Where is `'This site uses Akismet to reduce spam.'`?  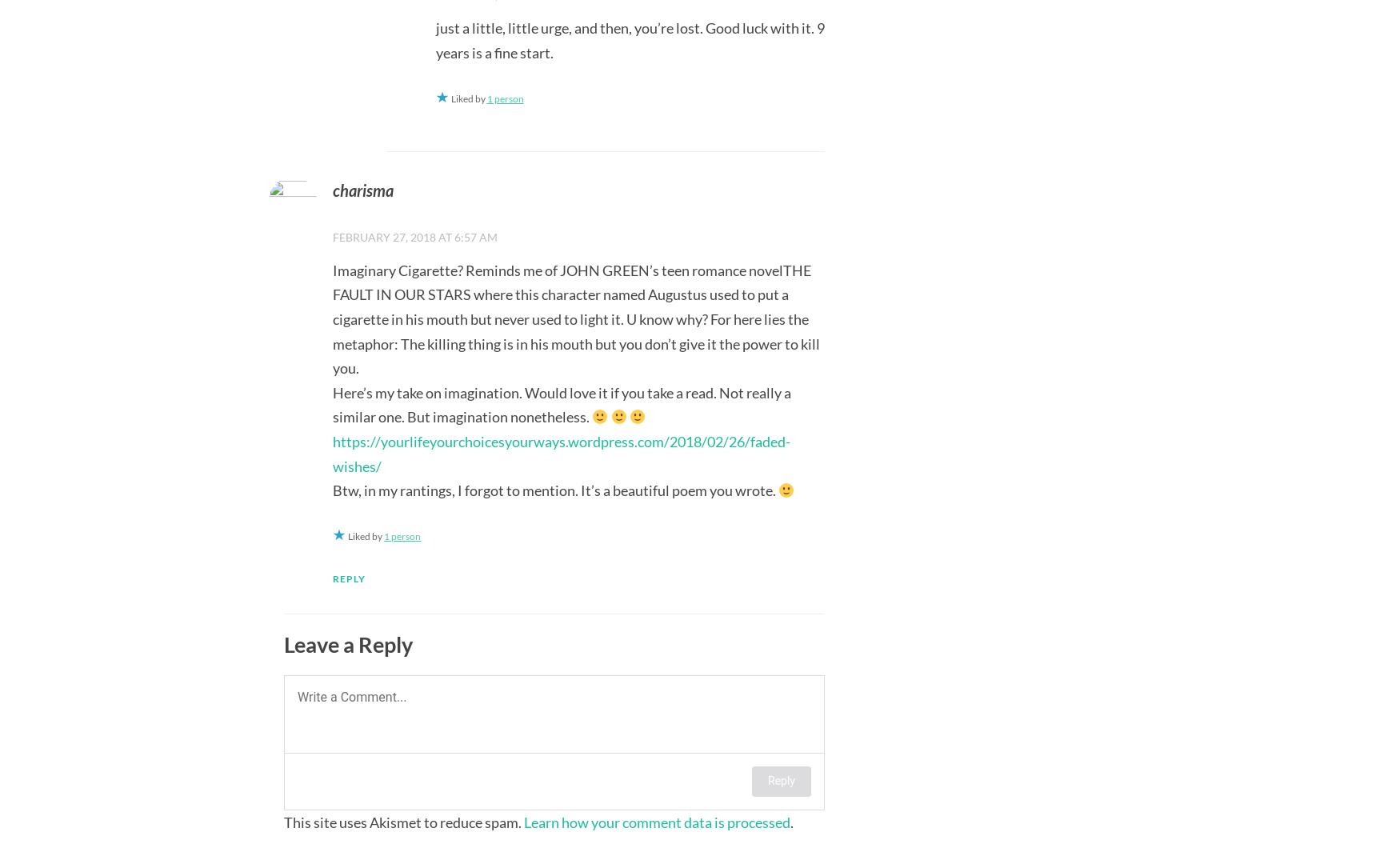
'This site uses Akismet to reduce spam.' is located at coordinates (403, 821).